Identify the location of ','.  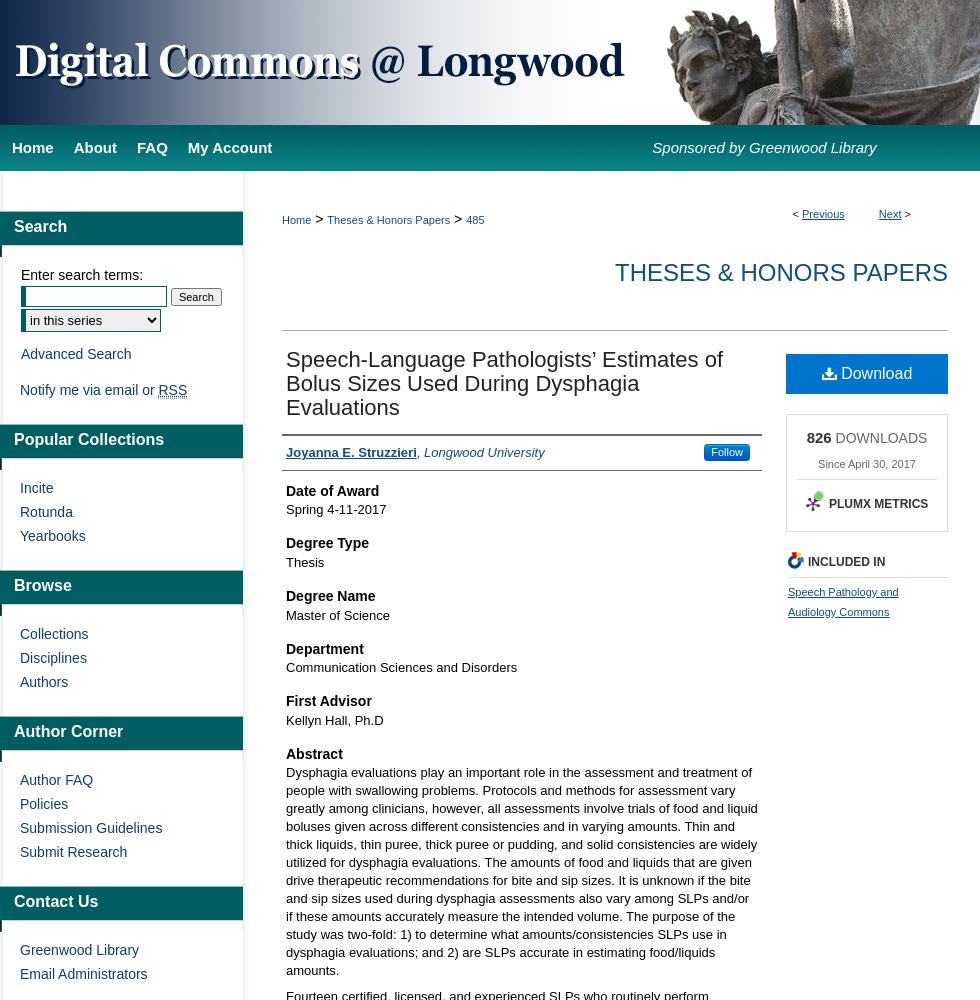
(420, 450).